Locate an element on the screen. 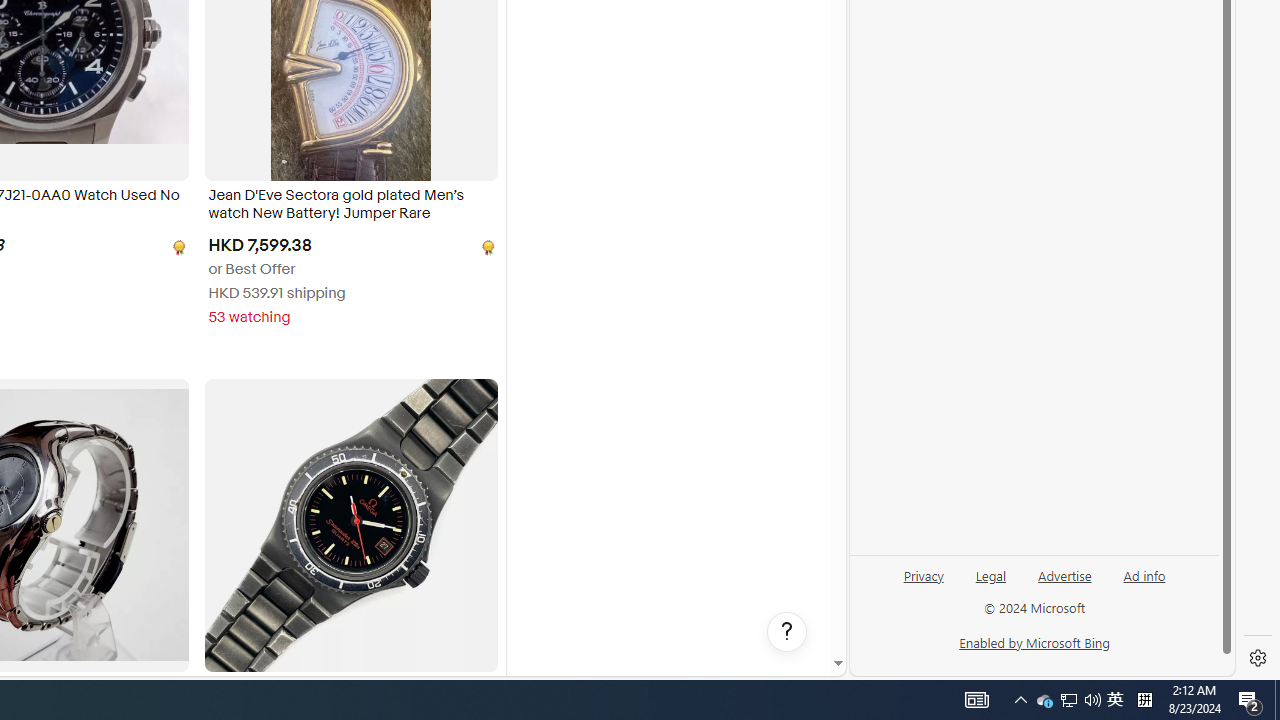  'Help, opens dialogs' is located at coordinates (786, 632).